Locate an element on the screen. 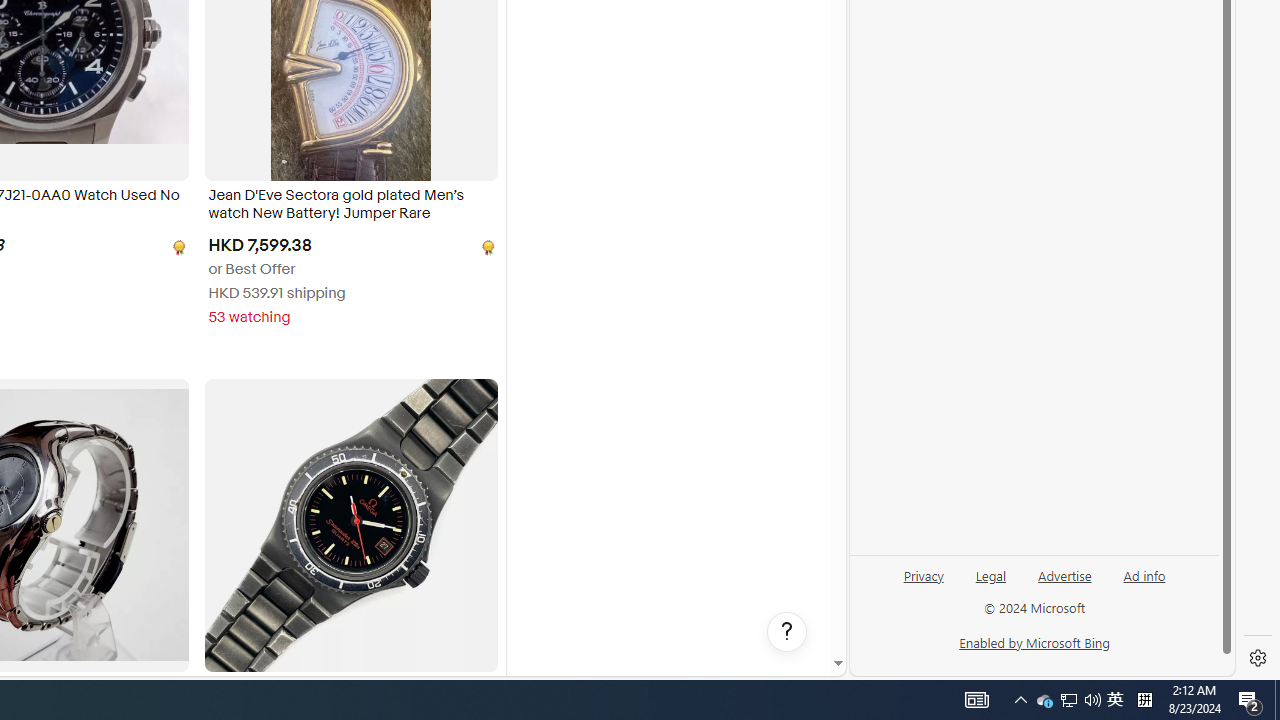  'Help, opens dialogs' is located at coordinates (786, 632).